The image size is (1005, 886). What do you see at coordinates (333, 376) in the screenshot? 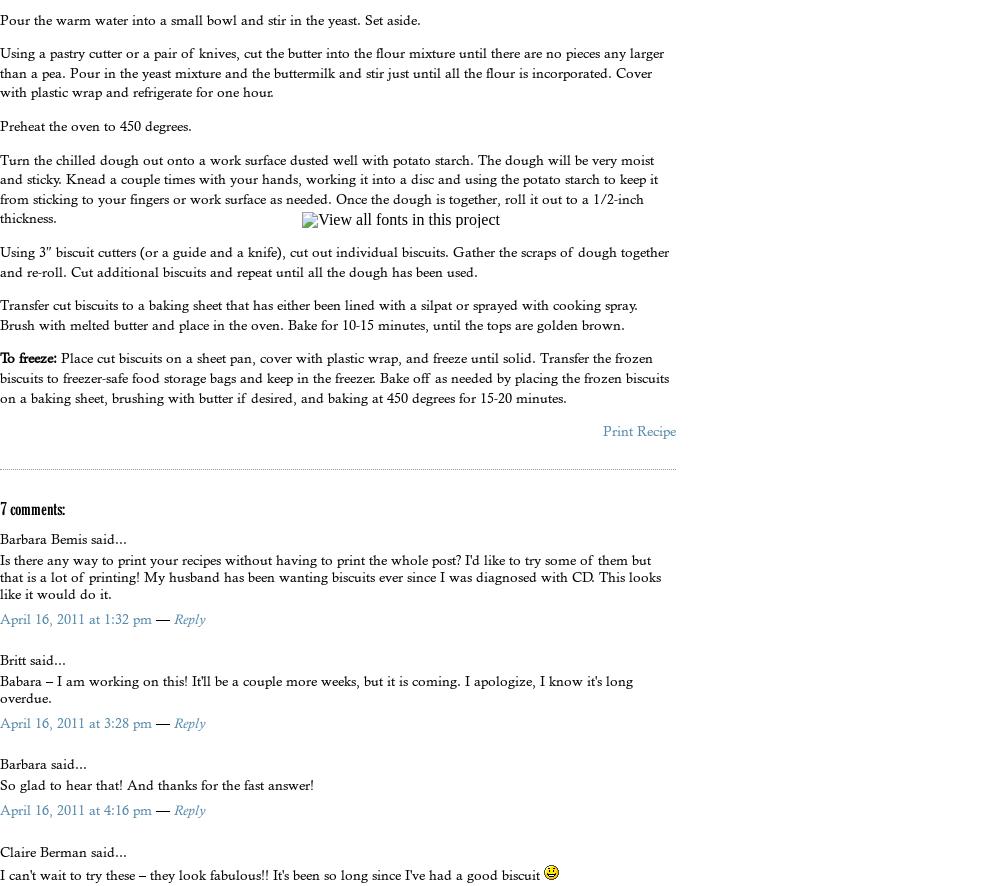
I see `'Place cut biscuits on a sheet pan, cover with plastic wrap, and freeze until solid.  Transfer the frozen biscuits to freezer-safe food storage bags and keep in the freezer.  Bake off as needed by placing the frozen biscuits on a baking sheet, brushing with butter if desired, and baking at 450 degrees for 15-20 minutes.'` at bounding box center [333, 376].